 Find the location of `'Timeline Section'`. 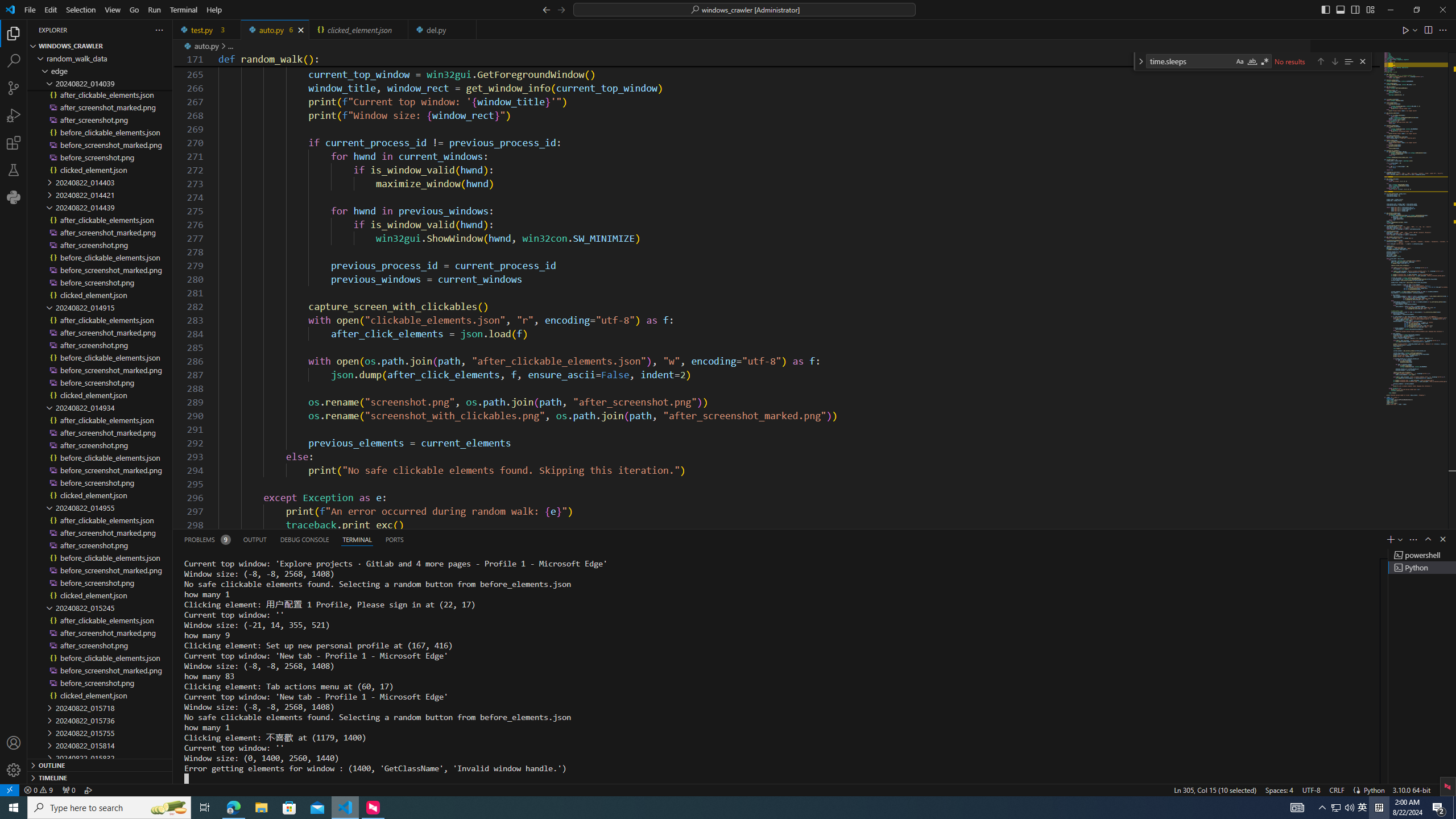

'Timeline Section' is located at coordinates (100, 777).